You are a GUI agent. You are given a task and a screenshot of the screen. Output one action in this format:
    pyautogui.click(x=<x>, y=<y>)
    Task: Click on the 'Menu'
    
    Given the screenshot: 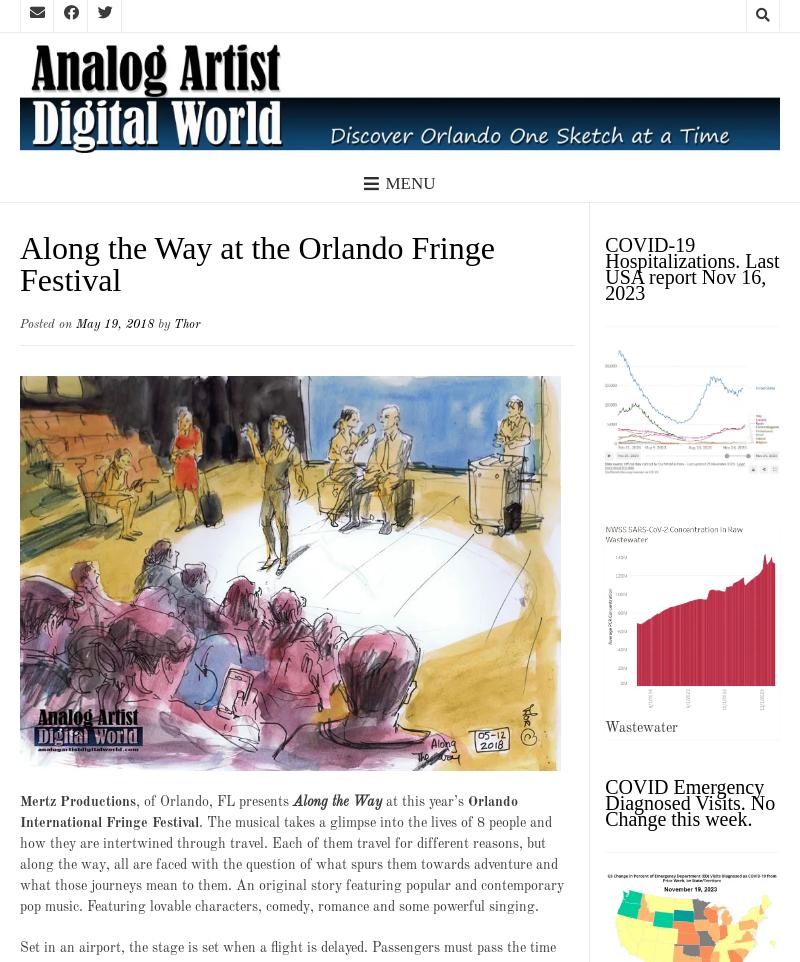 What is the action you would take?
    pyautogui.click(x=409, y=182)
    